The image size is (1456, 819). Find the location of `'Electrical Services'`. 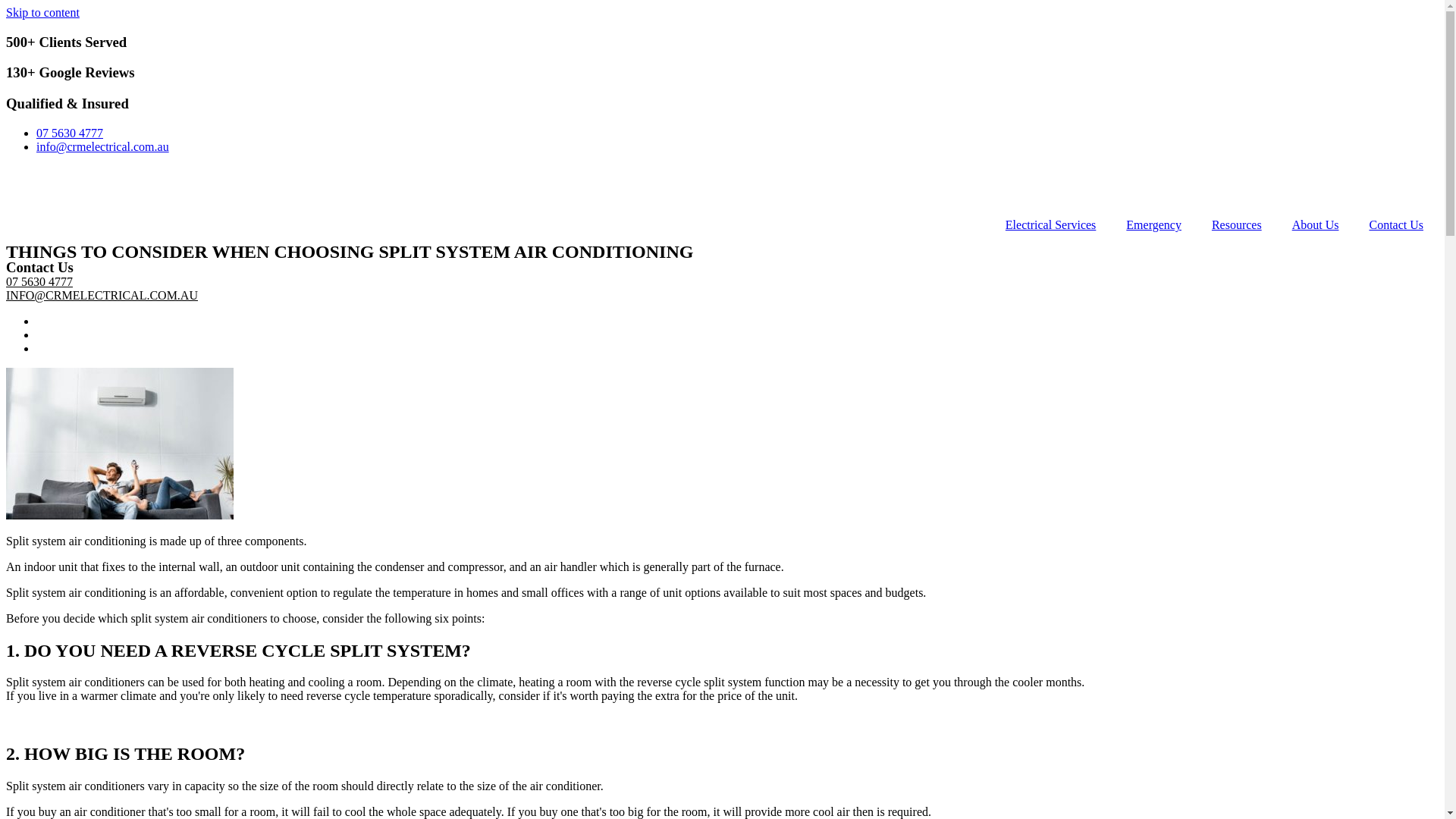

'Electrical Services' is located at coordinates (990, 225).